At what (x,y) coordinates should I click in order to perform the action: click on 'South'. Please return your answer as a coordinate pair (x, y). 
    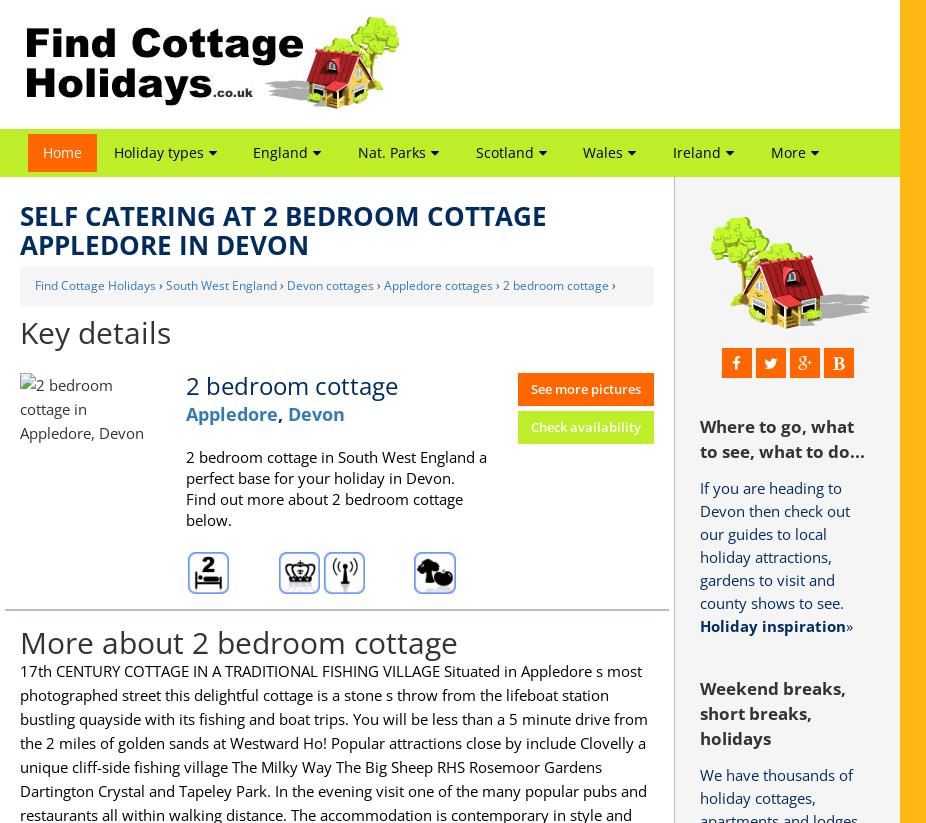
    Looking at the image, I should click on (687, 260).